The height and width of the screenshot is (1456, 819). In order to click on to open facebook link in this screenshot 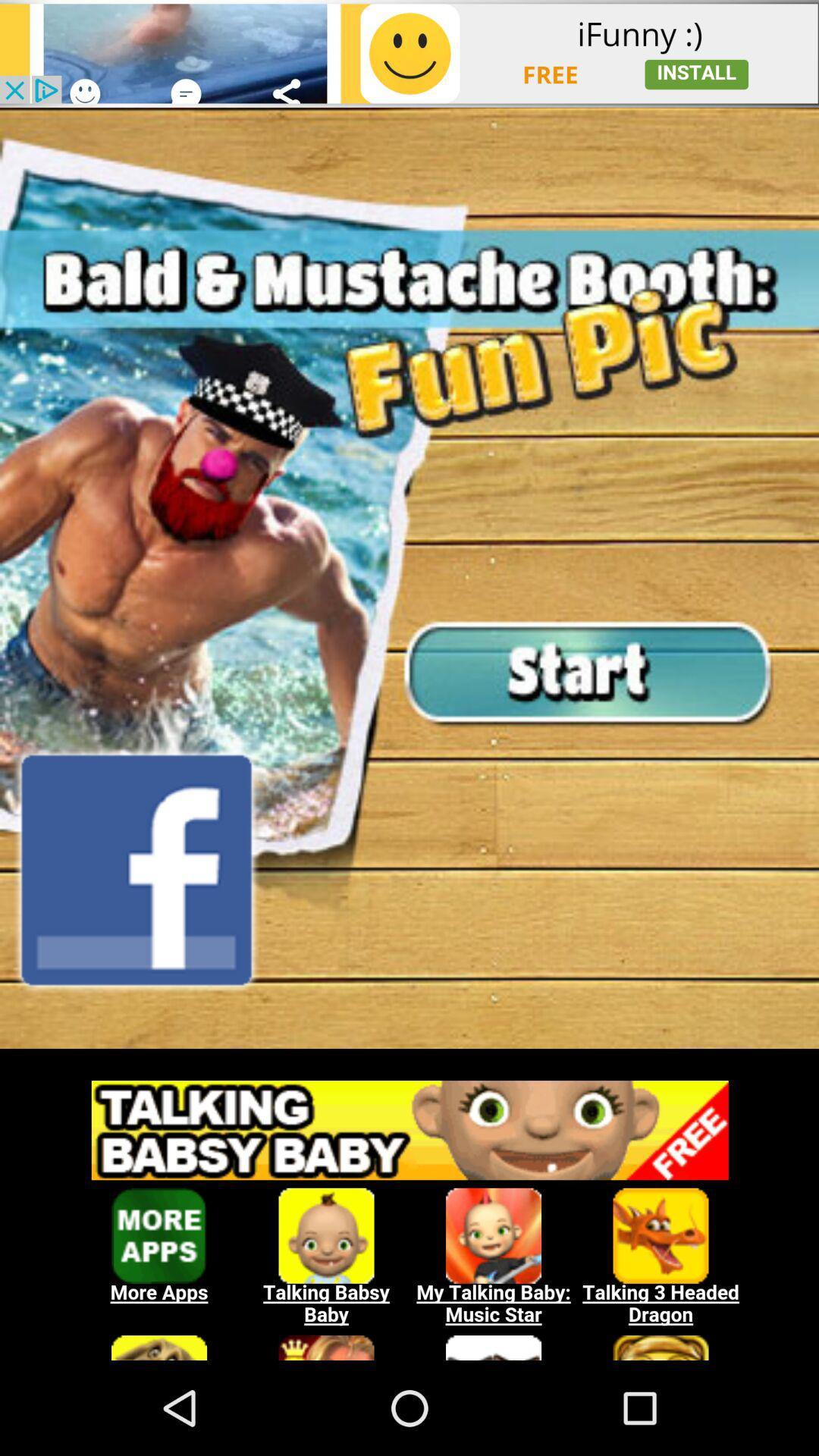, I will do `click(136, 870)`.